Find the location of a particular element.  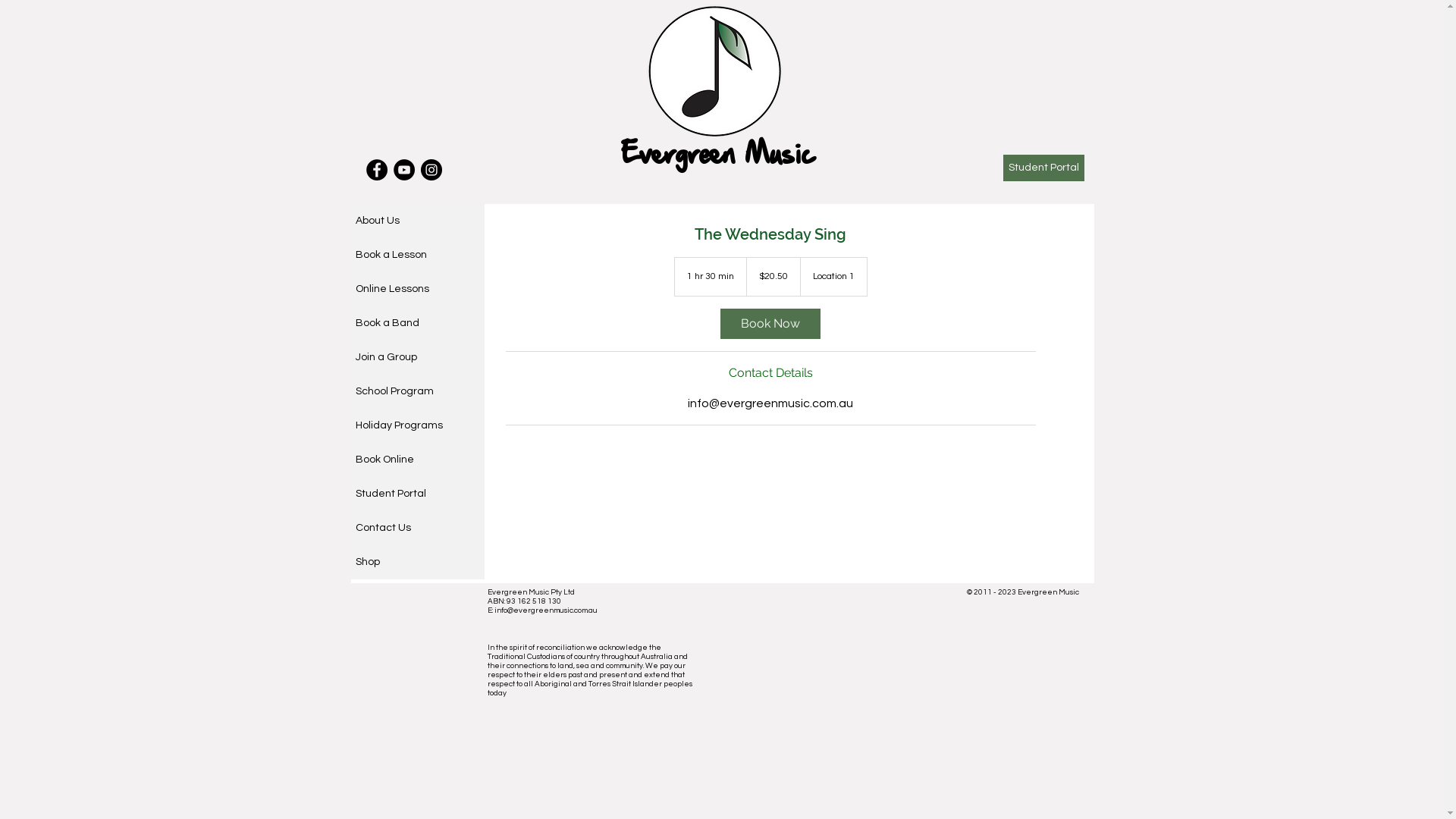

'Shop' is located at coordinates (417, 562).